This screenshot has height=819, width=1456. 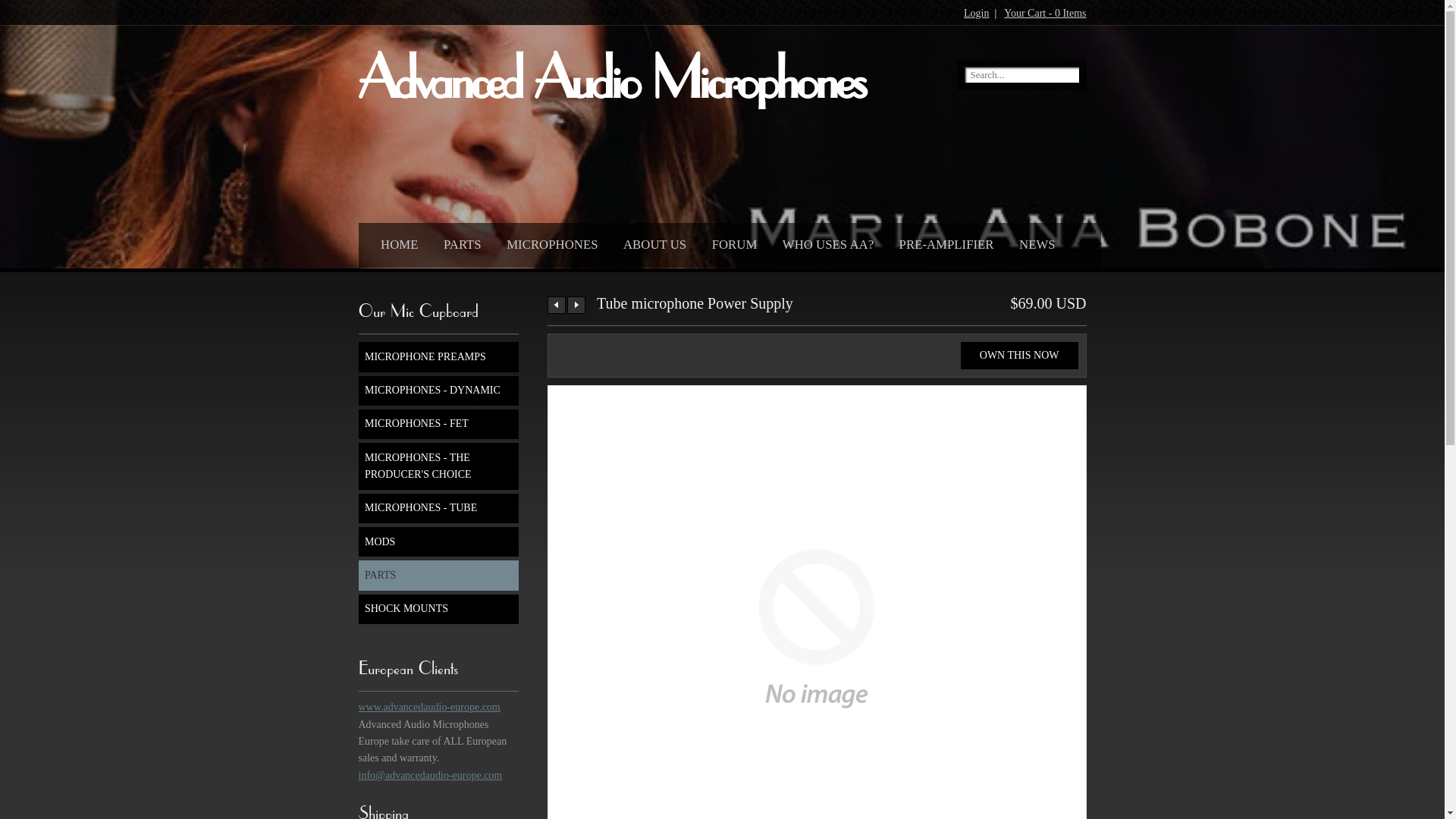 I want to click on 'www.advancedaudio-europe.com', so click(x=428, y=707).